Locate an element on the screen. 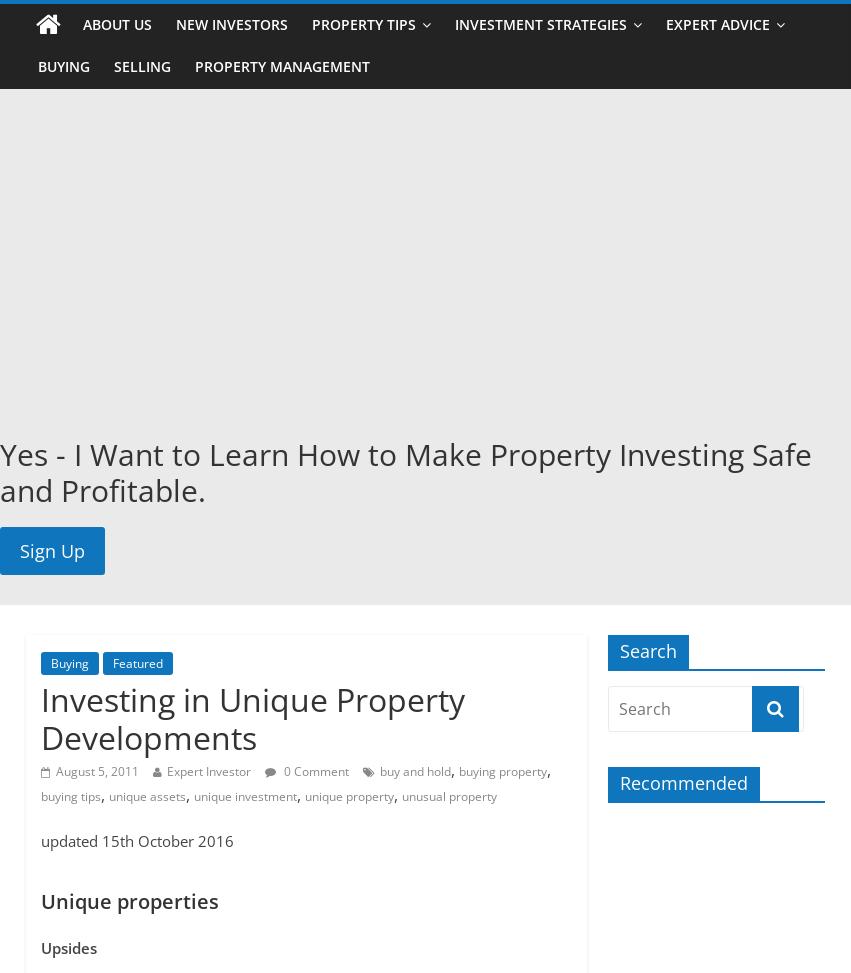  '0 Comment' is located at coordinates (313, 769).